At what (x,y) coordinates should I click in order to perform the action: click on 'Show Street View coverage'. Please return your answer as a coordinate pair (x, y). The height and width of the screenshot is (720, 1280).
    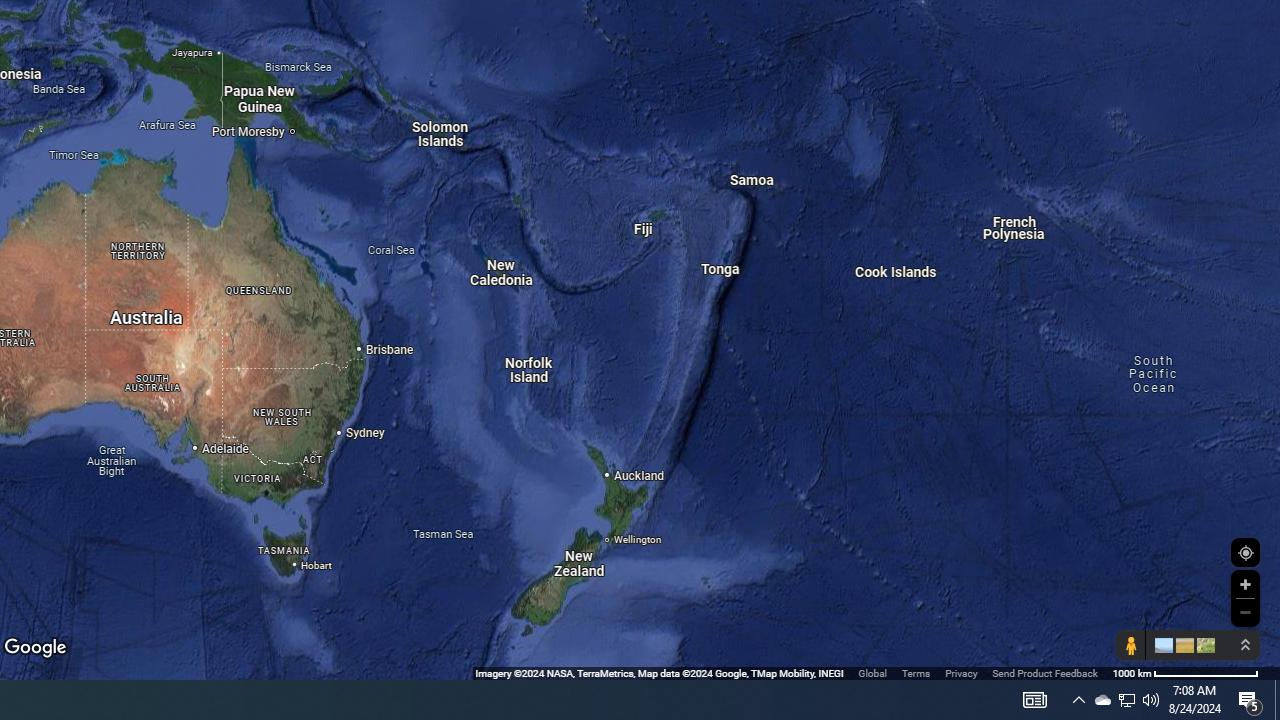
    Looking at the image, I should click on (1130, 645).